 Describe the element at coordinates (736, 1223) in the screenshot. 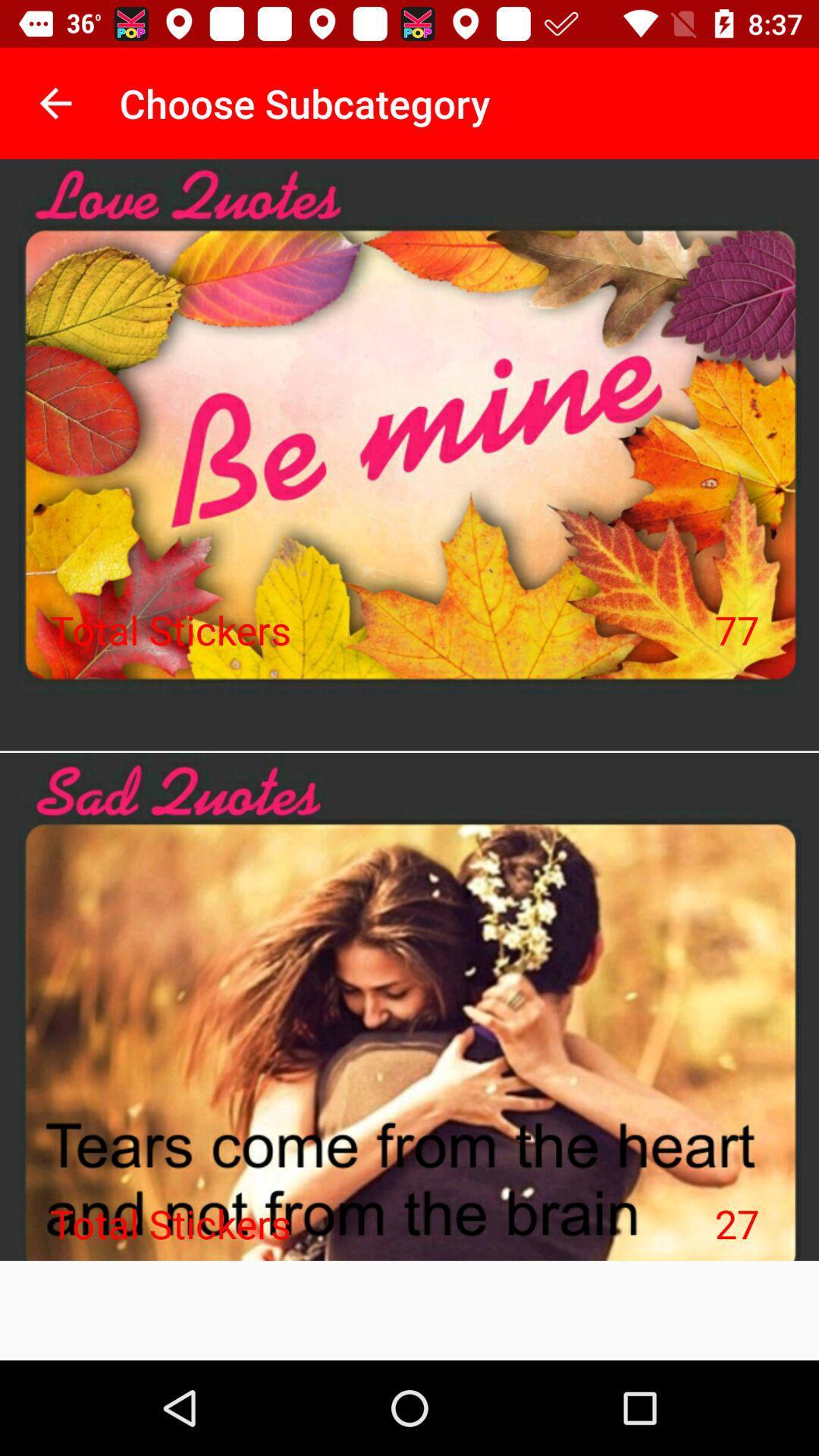

I see `icon to the right of the total stickers` at that location.